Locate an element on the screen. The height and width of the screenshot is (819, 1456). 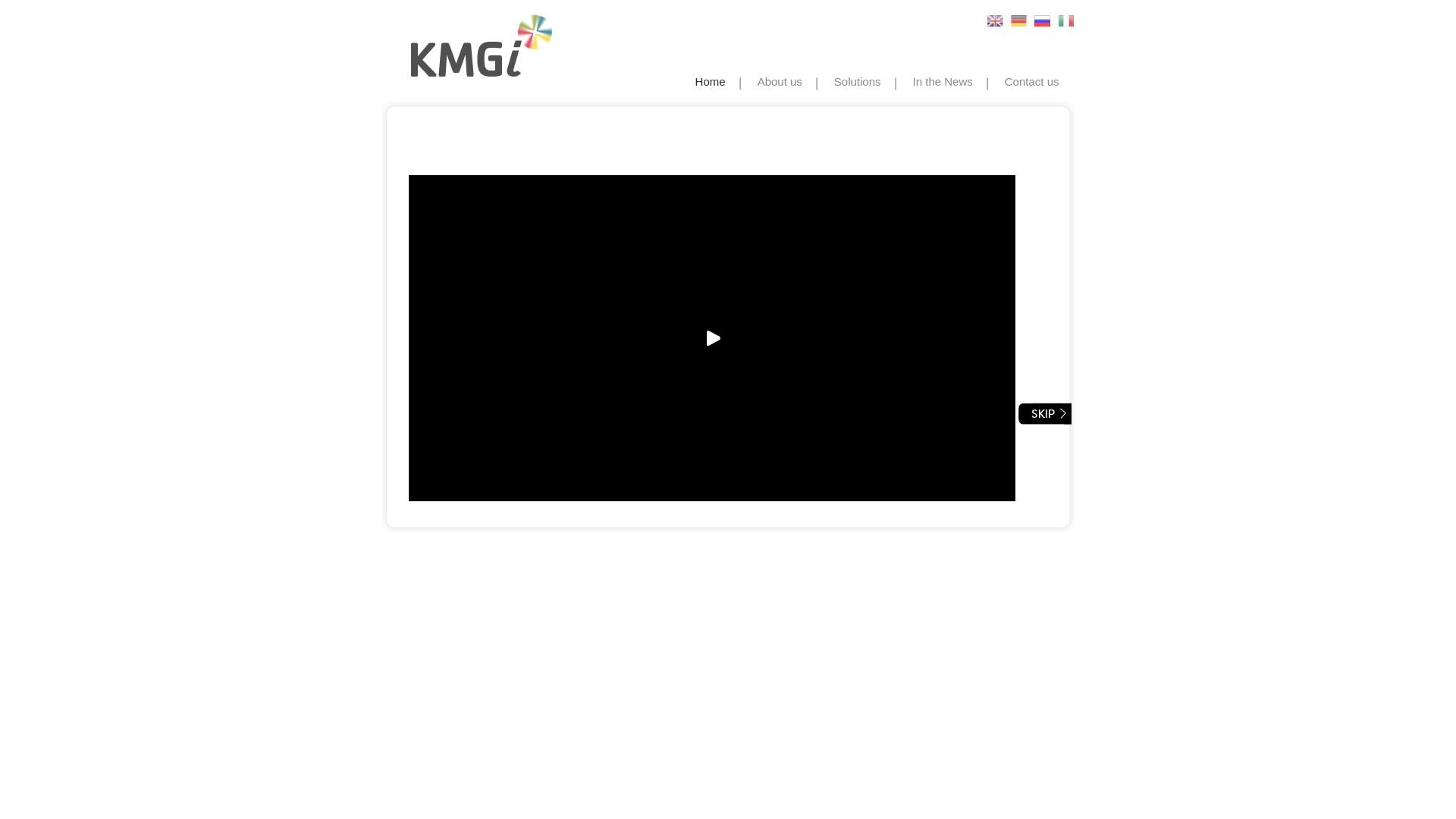
'German' is located at coordinates (1018, 20).